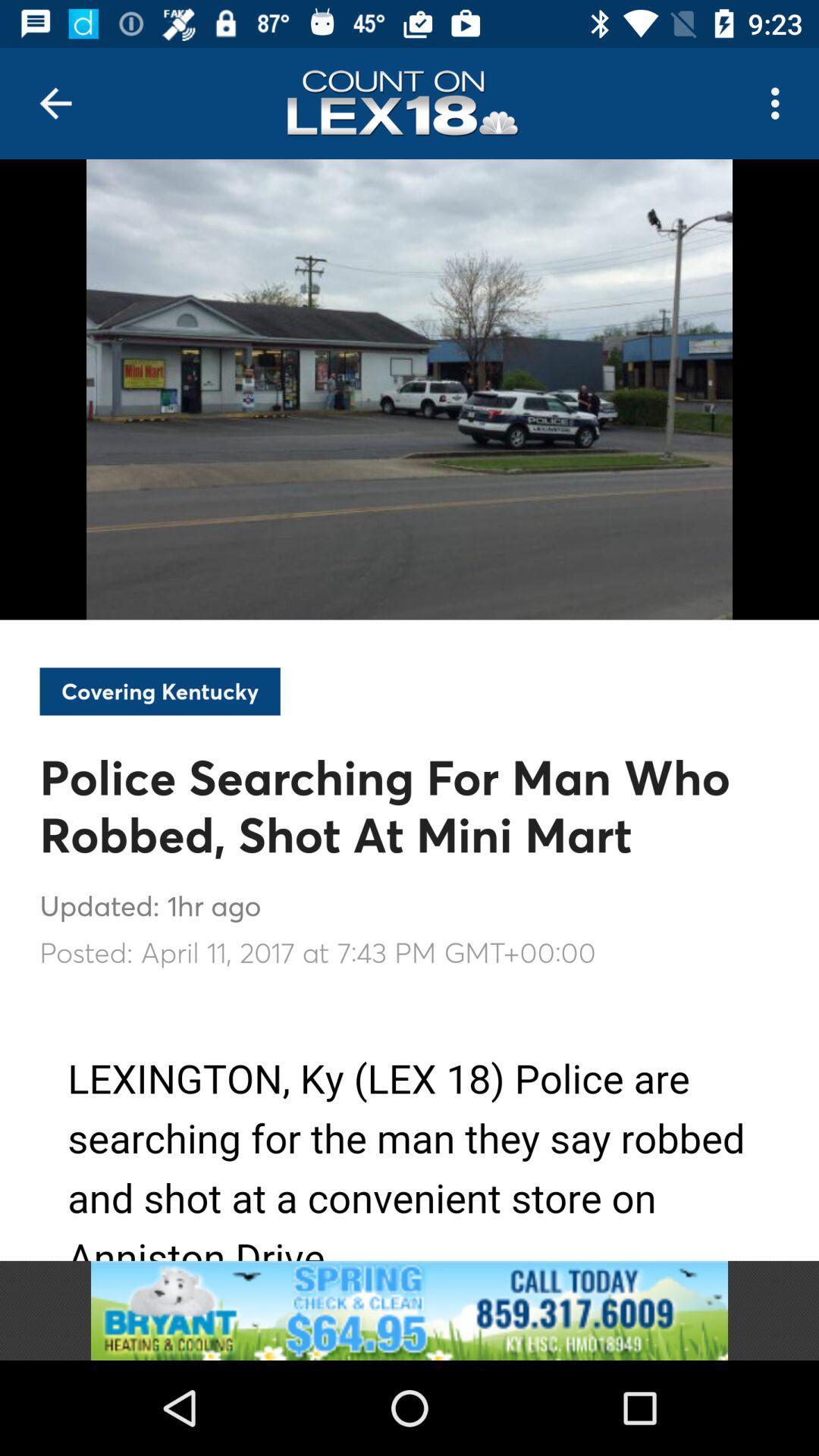 The image size is (819, 1456). Describe the element at coordinates (409, 1310) in the screenshot. I see `advertisement` at that location.